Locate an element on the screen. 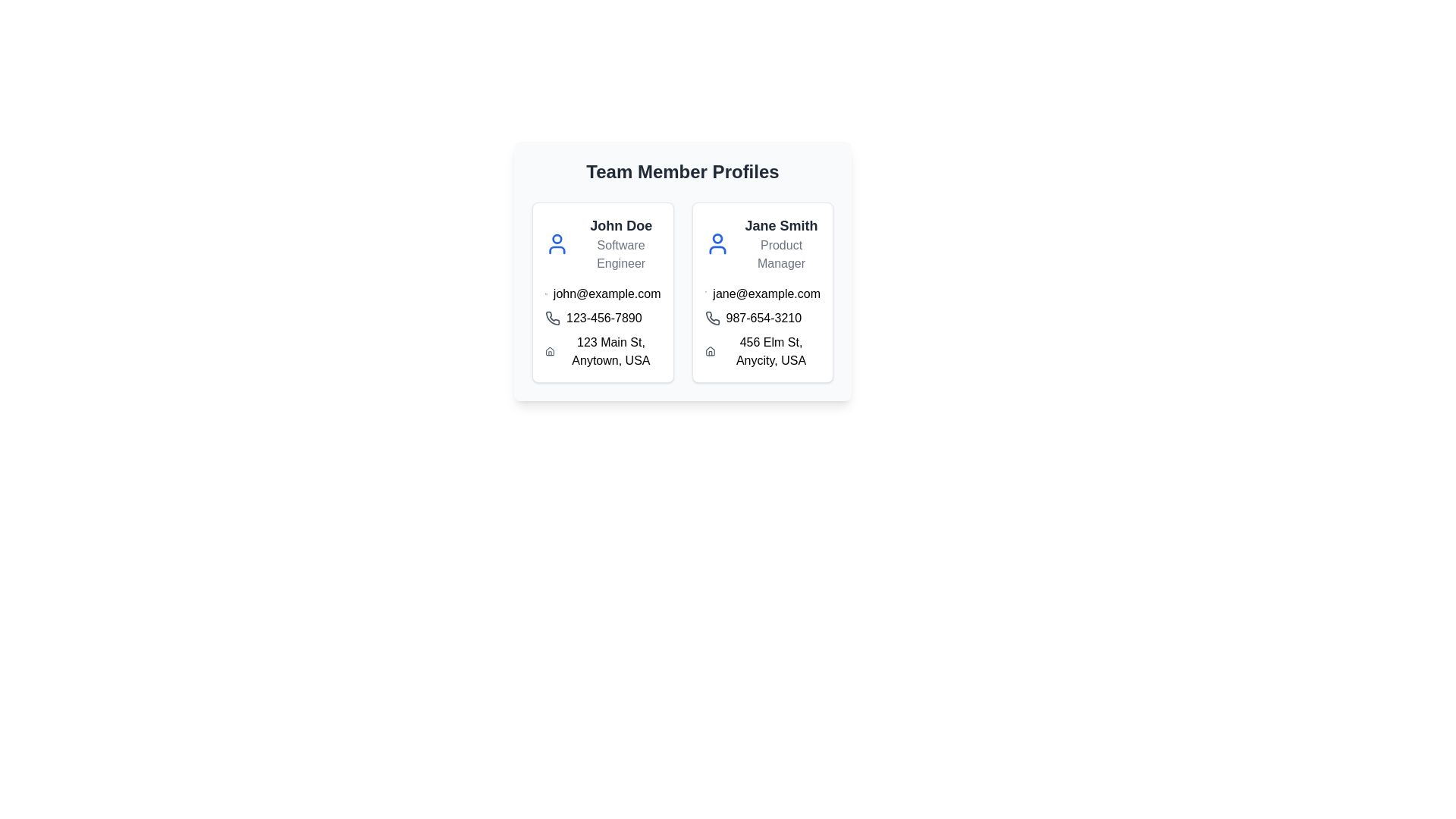  the Text Display that shows the name and job title of a team member, located in the left card of a two-card layout, positioned to the right of the user icon is located at coordinates (621, 243).